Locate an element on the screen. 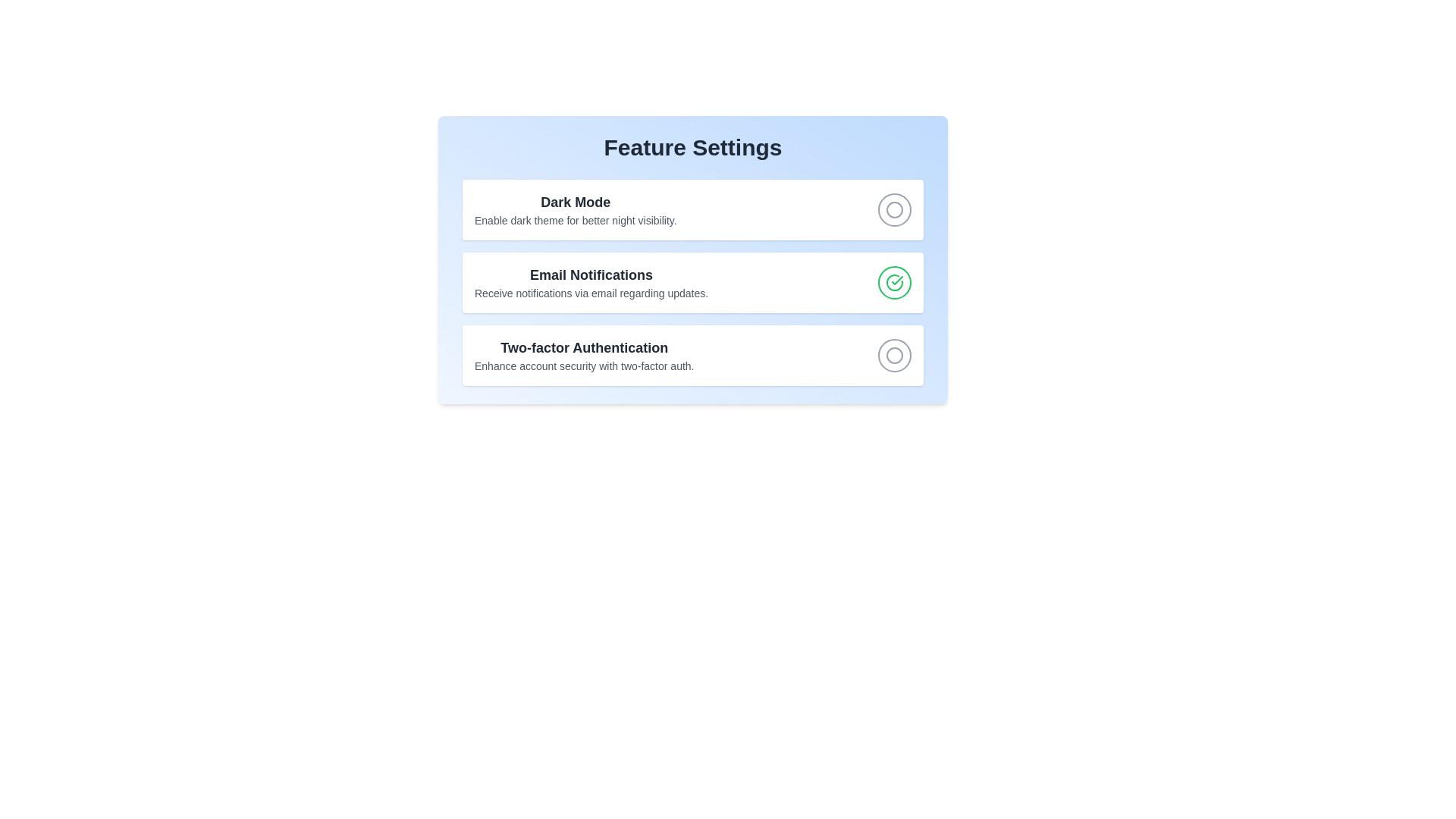  the text-based informational element that communicates 'Two-factor Authentication' benefits located in the bottom section of the settings interface under 'Email Notifications' is located at coordinates (583, 356).